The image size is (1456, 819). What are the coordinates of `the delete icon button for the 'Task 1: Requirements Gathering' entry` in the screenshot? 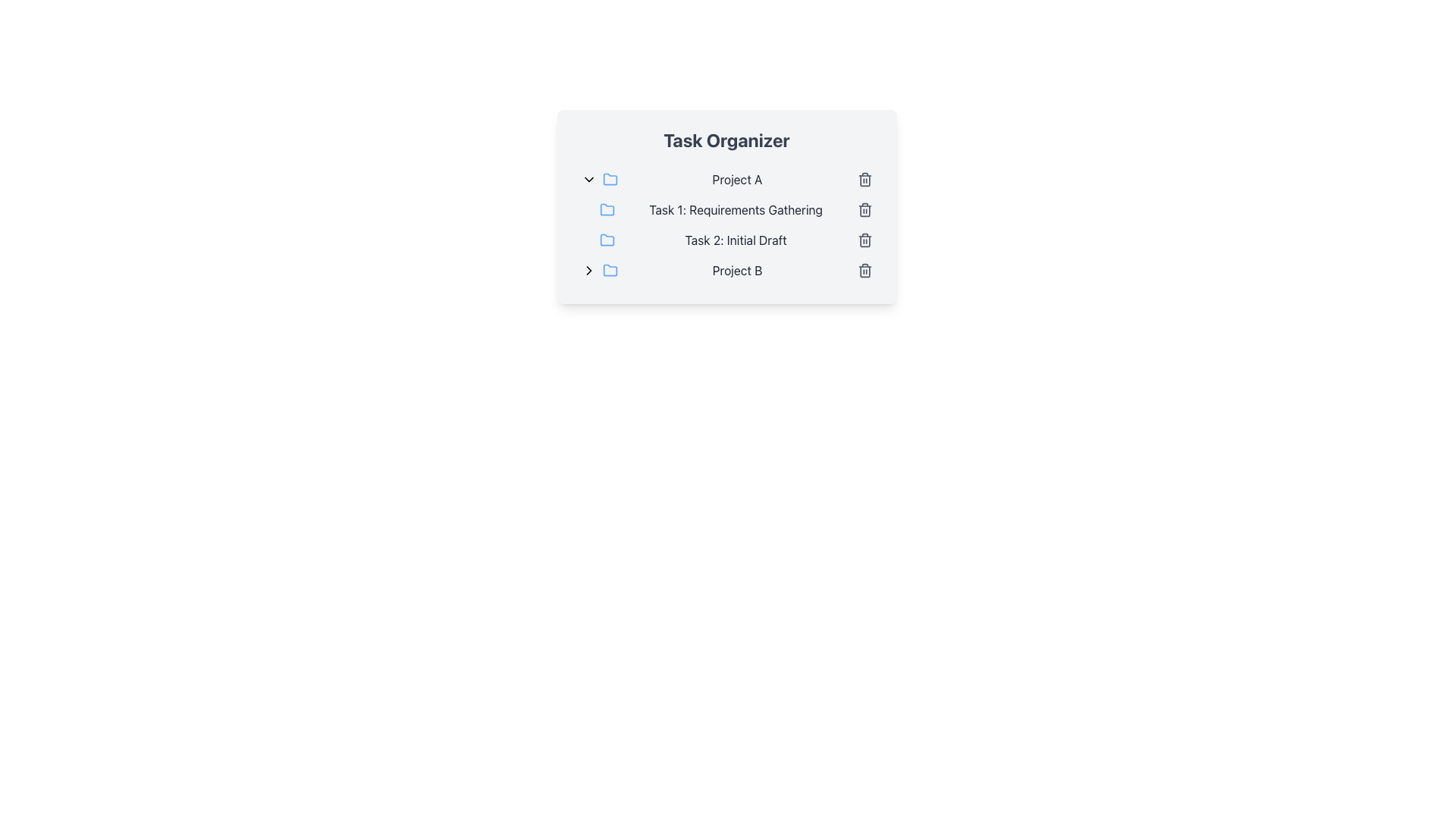 It's located at (864, 211).